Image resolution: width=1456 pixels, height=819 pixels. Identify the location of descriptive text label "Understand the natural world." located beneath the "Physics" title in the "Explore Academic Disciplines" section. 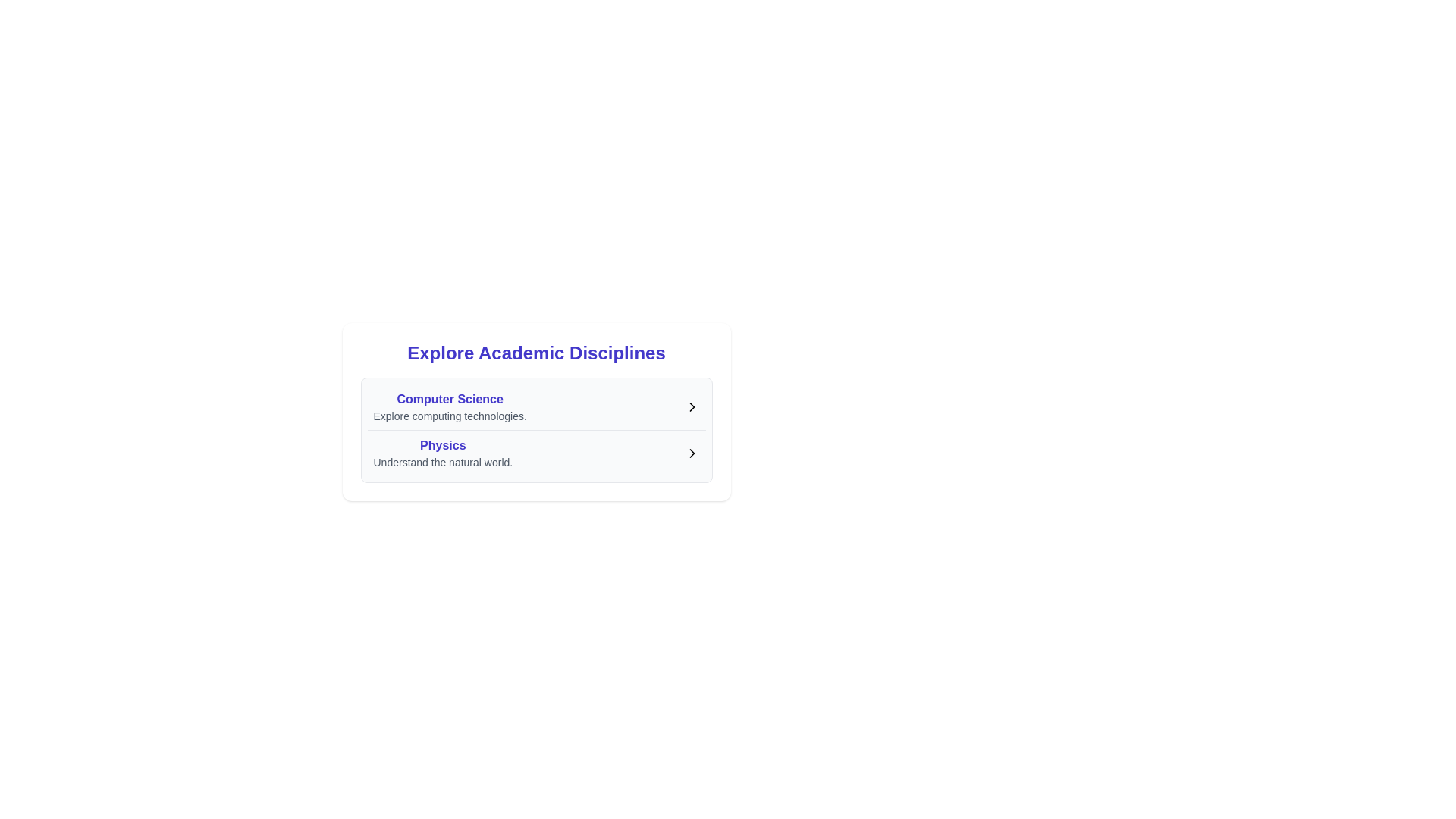
(442, 461).